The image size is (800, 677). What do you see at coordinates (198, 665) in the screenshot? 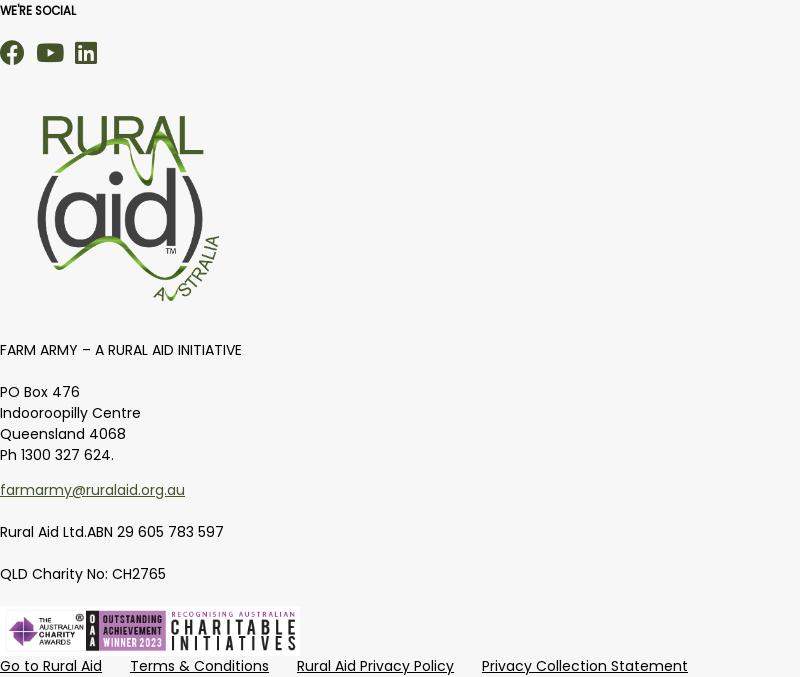
I see `'Terms & Conditions'` at bounding box center [198, 665].